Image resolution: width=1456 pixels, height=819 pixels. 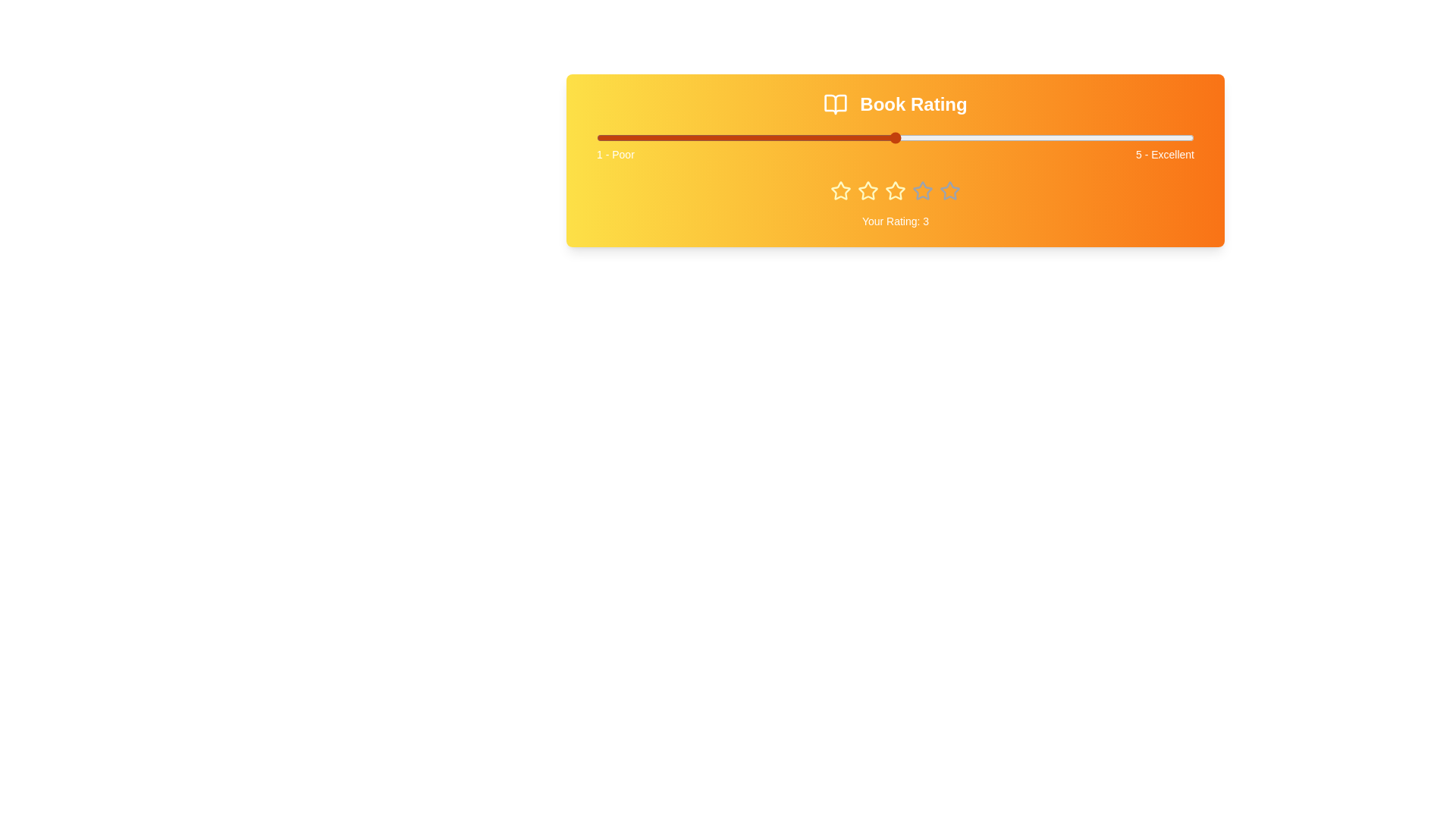 What do you see at coordinates (922, 190) in the screenshot?
I see `the third star icon in the horizontal rating indicator under the 'Book Rating' title, which is styled in gray and represents a rating of 3` at bounding box center [922, 190].